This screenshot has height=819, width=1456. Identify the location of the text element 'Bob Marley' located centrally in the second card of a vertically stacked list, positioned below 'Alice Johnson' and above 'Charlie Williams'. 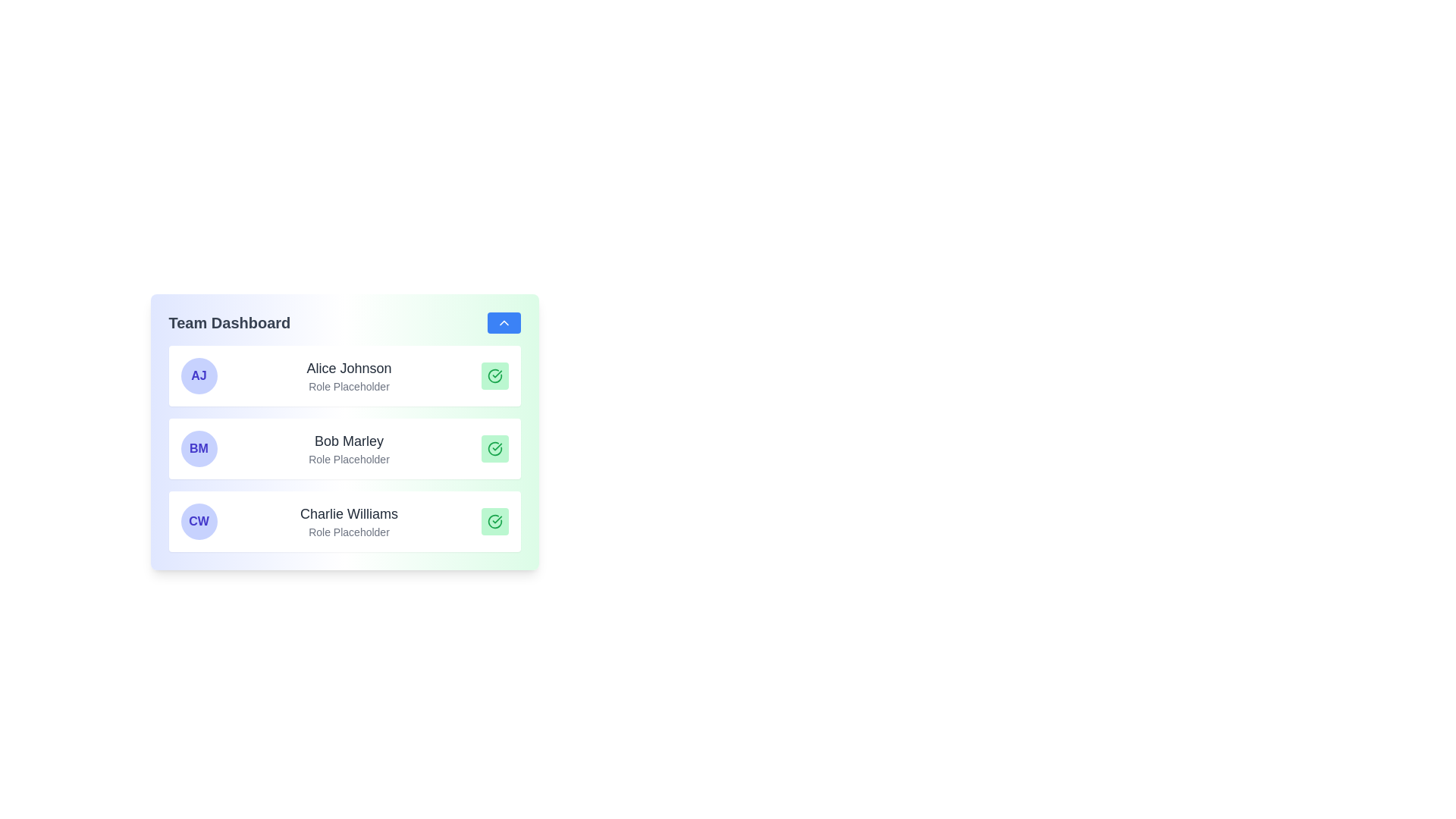
(348, 441).